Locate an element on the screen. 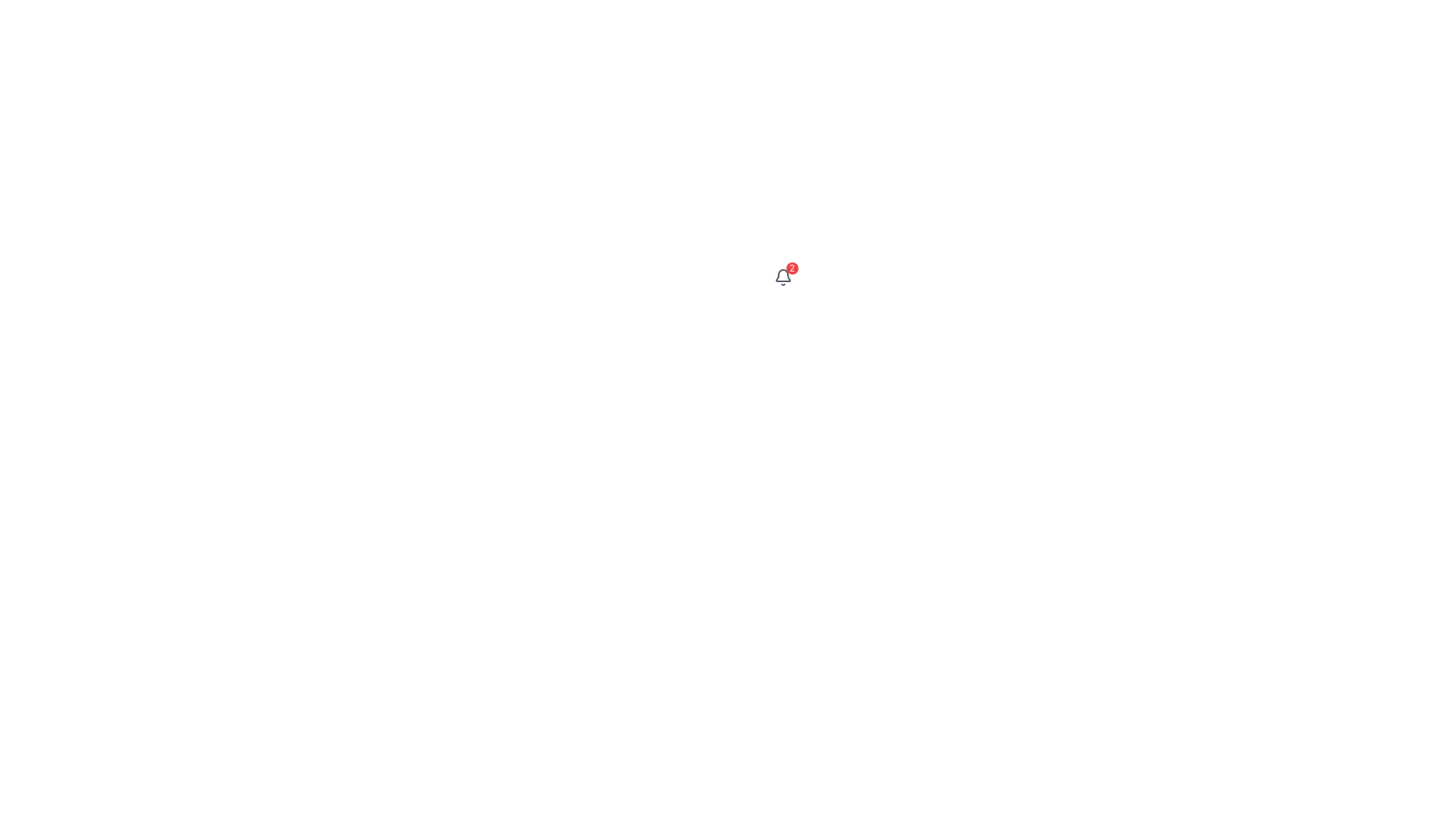 The width and height of the screenshot is (1456, 819). the text content of the Notification badge indicating two new or pending notifications, positioned at the top-right corner overlapping the bell icon is located at coordinates (791, 268).